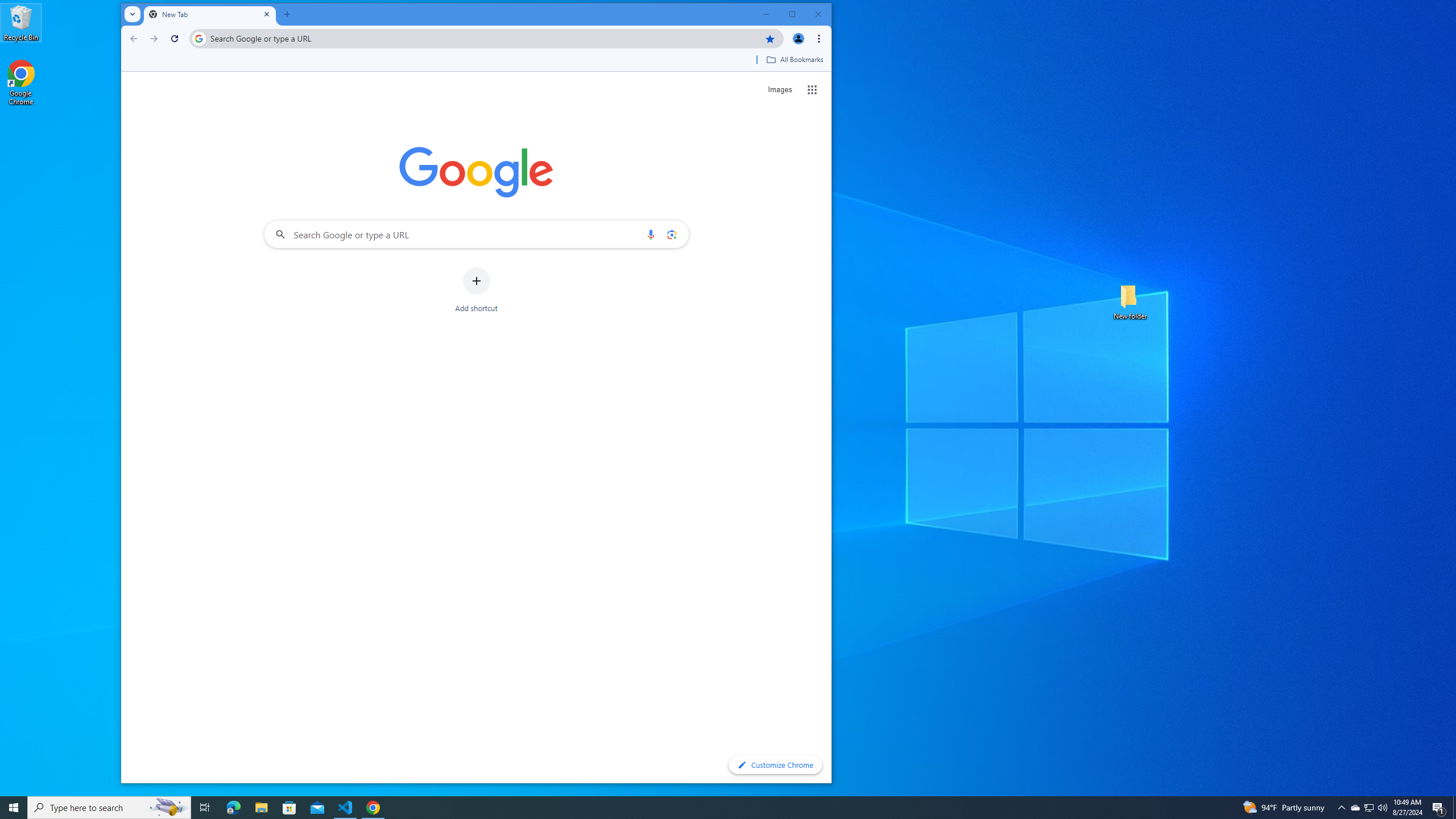  I want to click on 'Recycle Bin', so click(20, 22).